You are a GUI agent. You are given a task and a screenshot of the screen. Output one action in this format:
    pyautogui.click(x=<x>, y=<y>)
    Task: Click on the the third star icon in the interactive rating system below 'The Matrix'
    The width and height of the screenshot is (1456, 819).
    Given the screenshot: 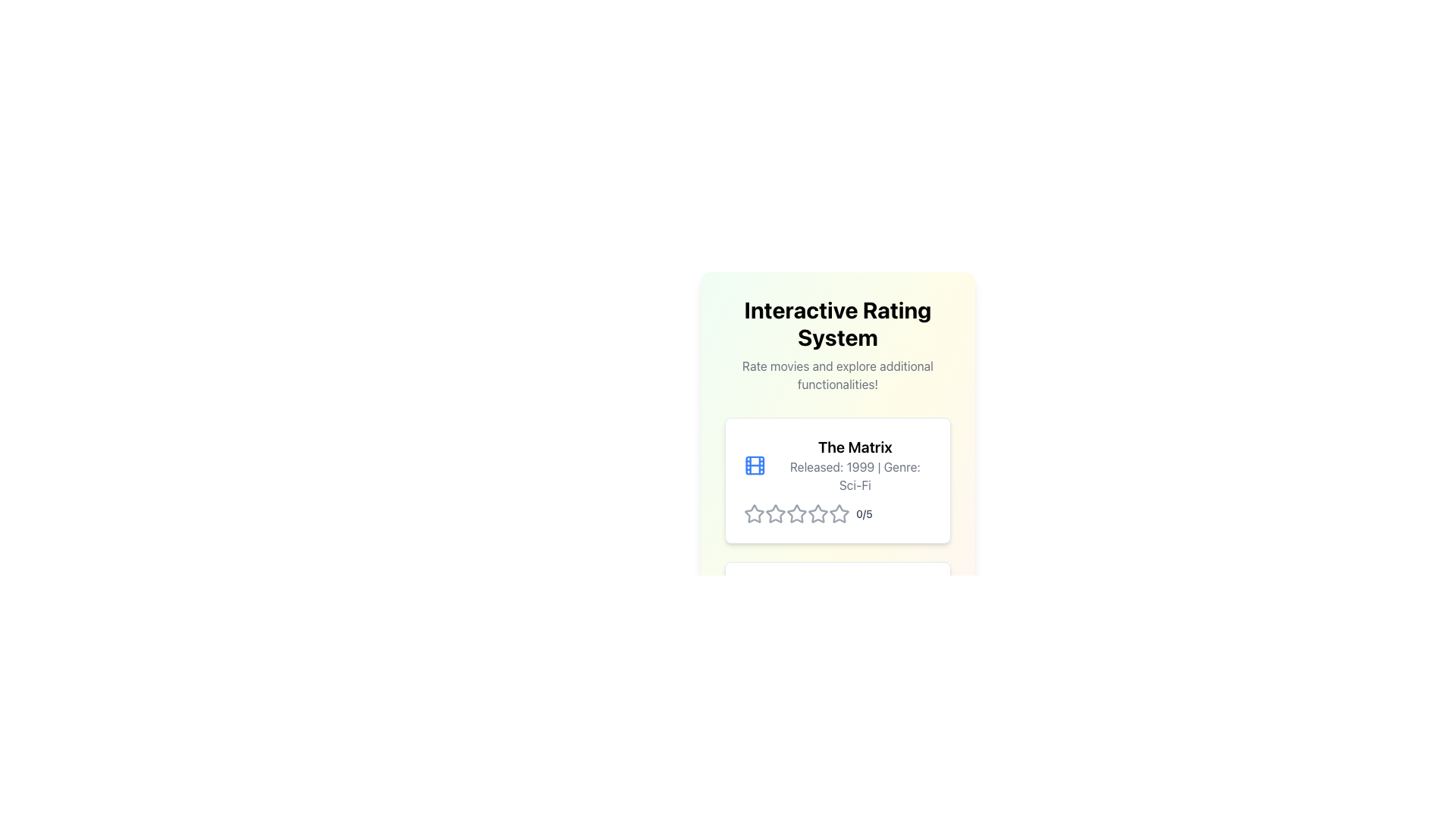 What is the action you would take?
    pyautogui.click(x=817, y=513)
    